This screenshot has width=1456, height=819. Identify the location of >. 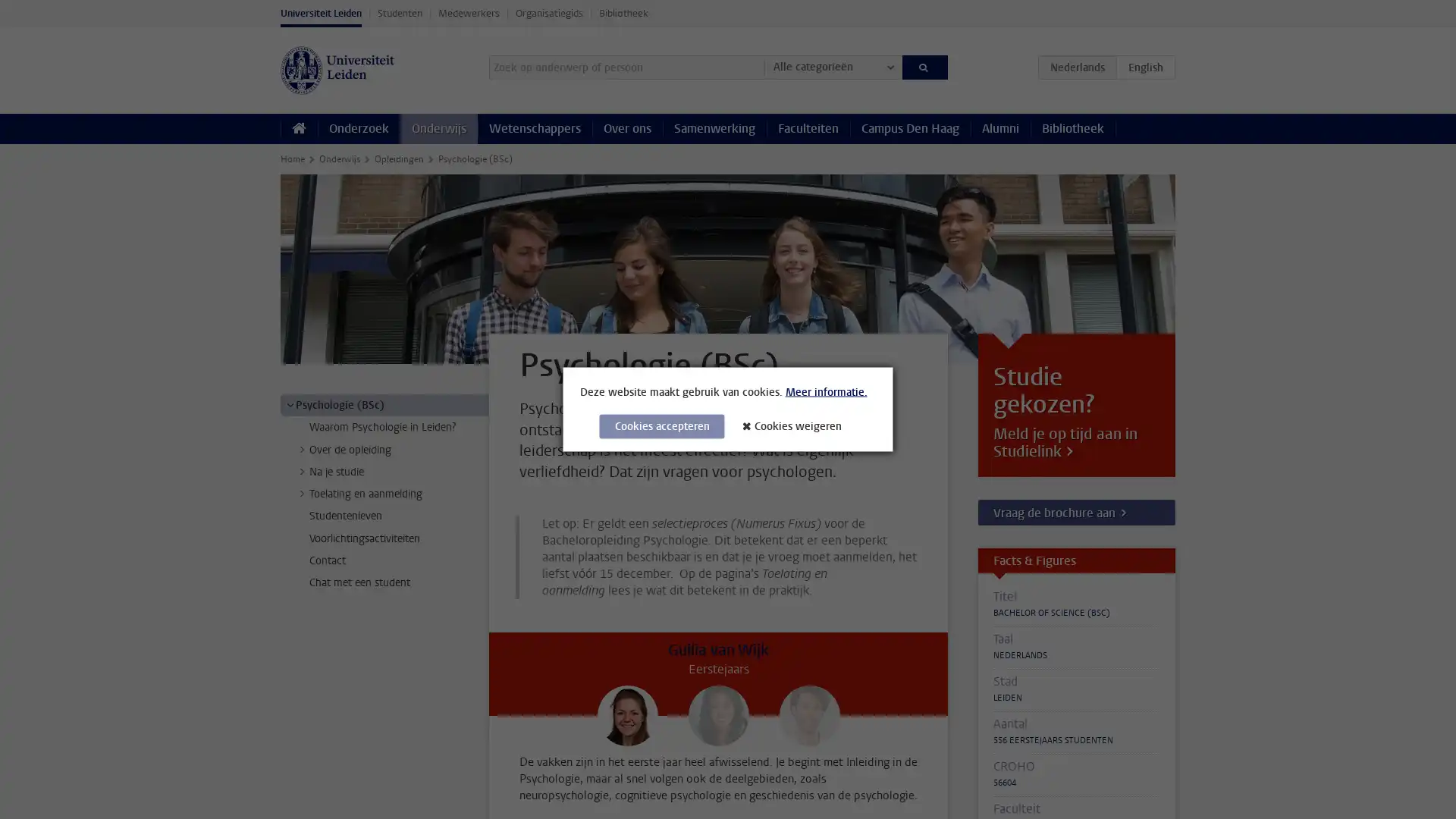
(302, 447).